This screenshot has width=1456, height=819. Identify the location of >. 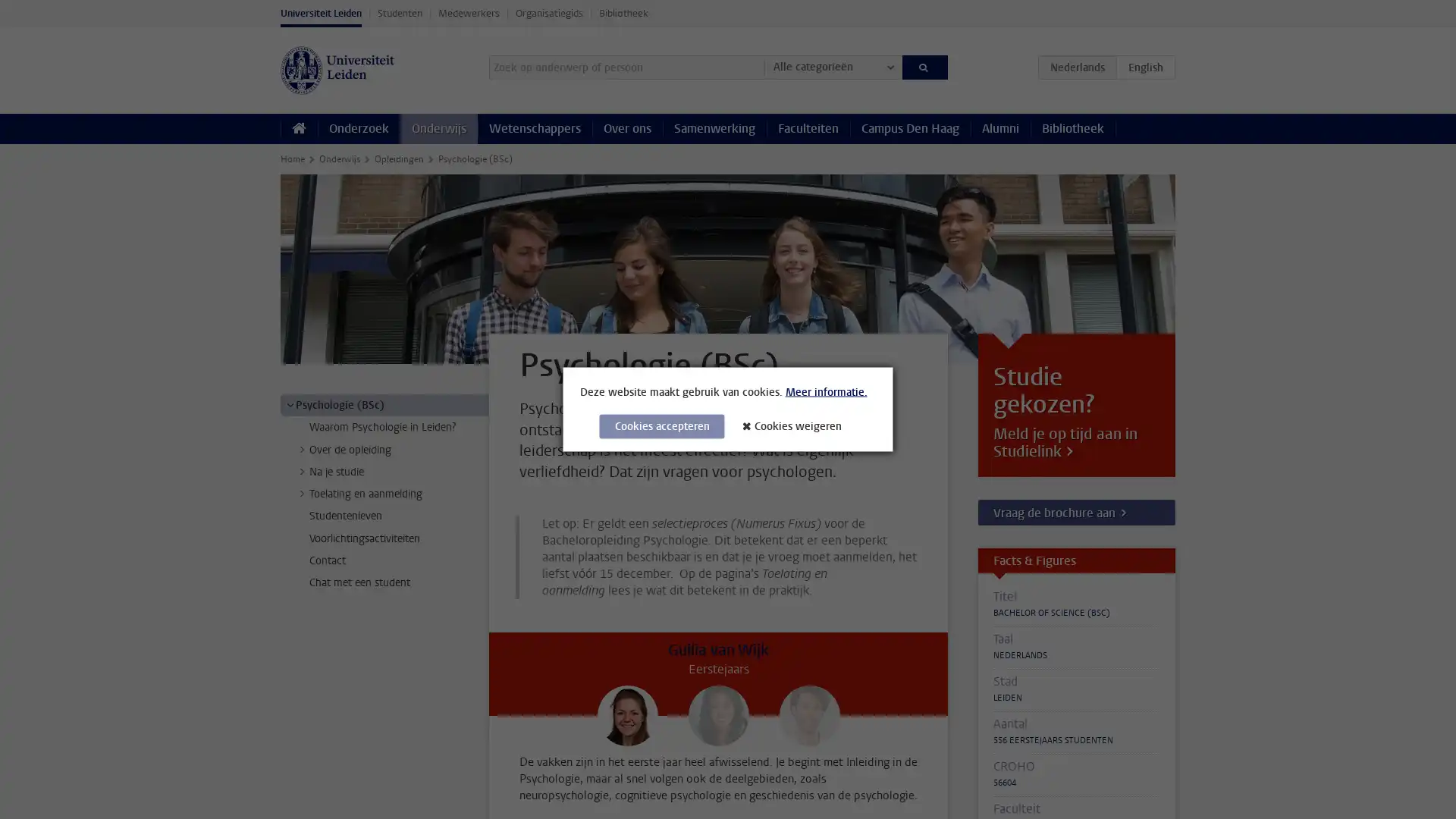
(302, 447).